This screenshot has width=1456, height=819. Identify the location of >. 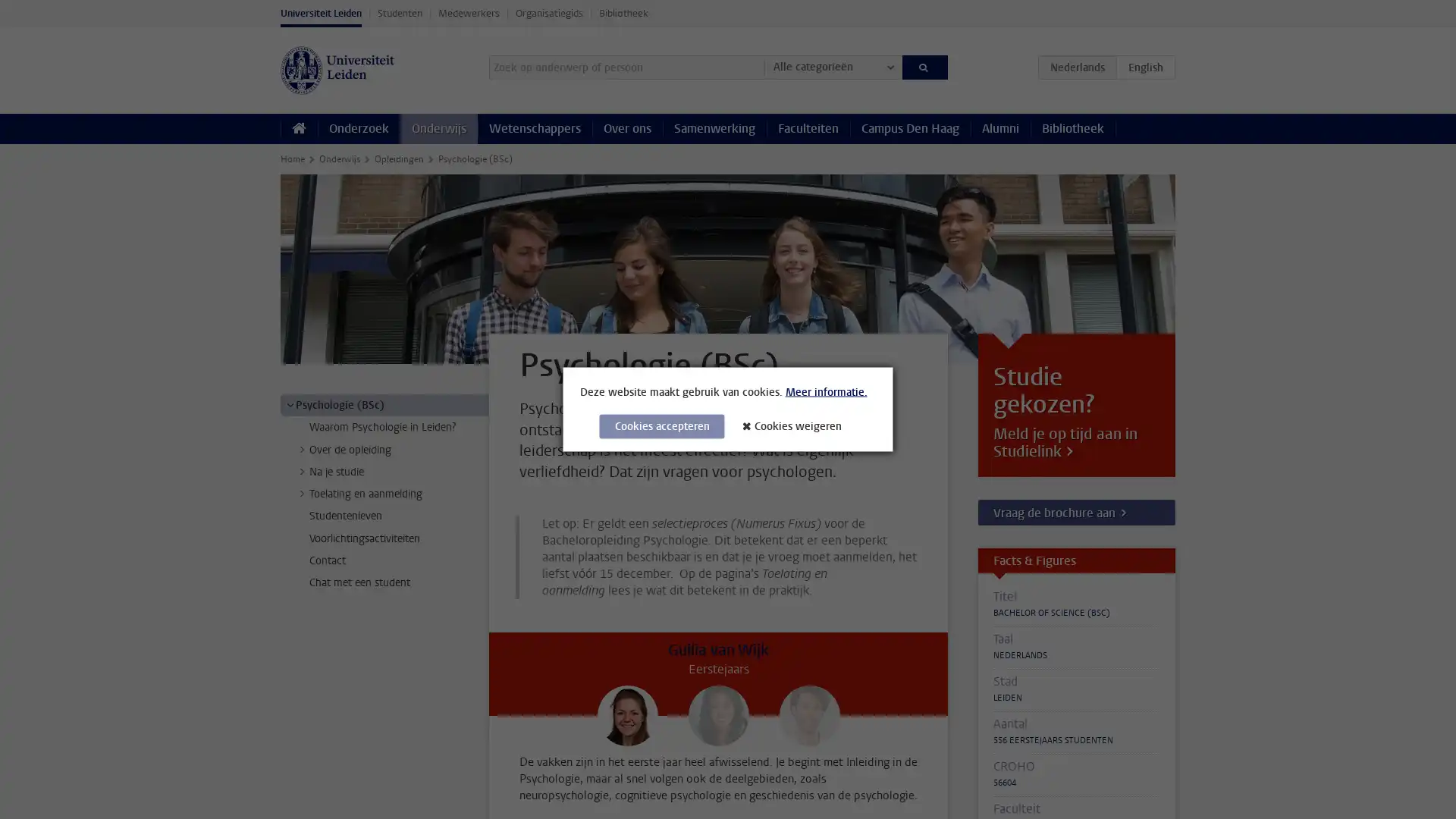
(302, 447).